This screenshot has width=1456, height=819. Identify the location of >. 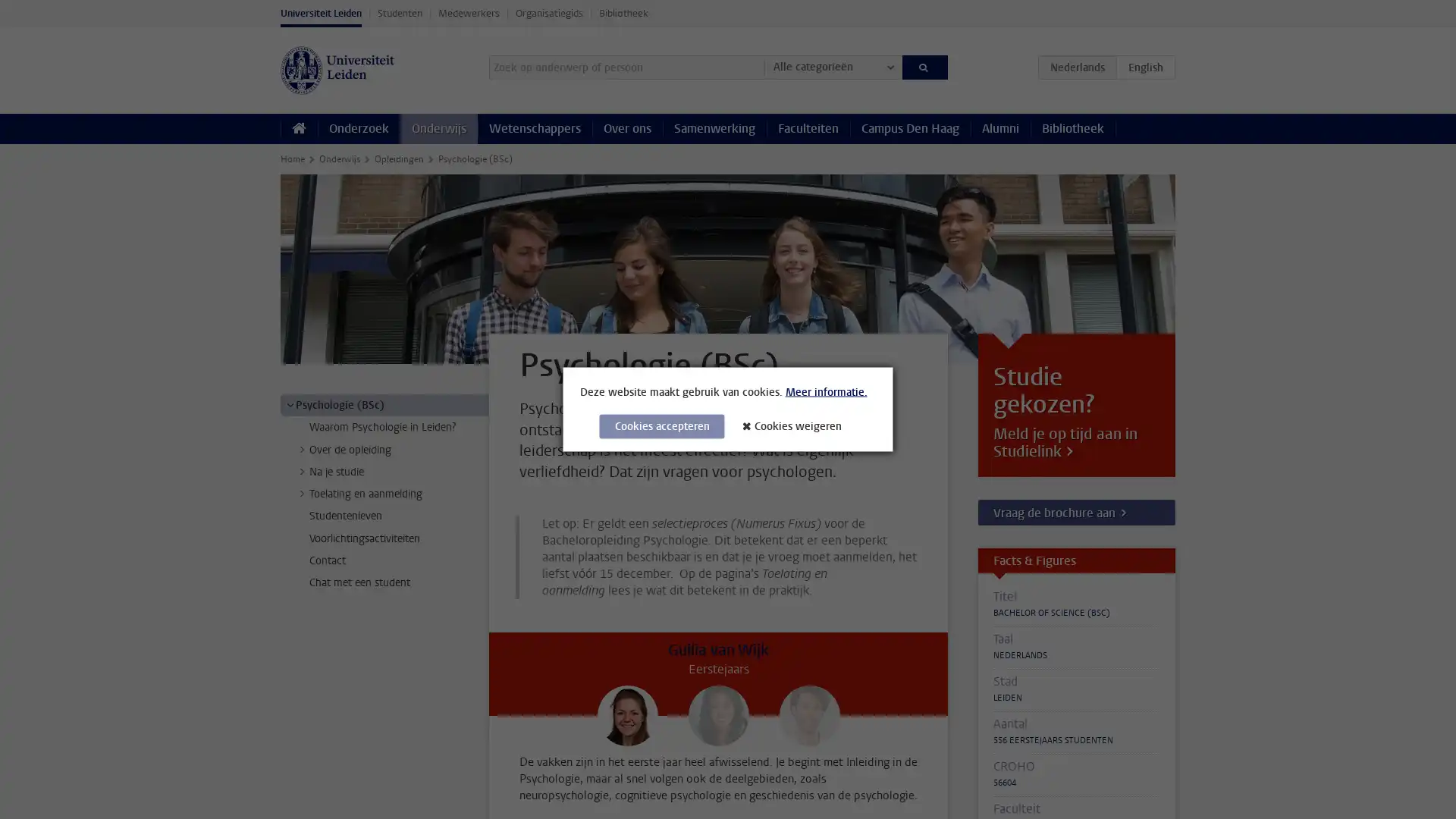
(302, 447).